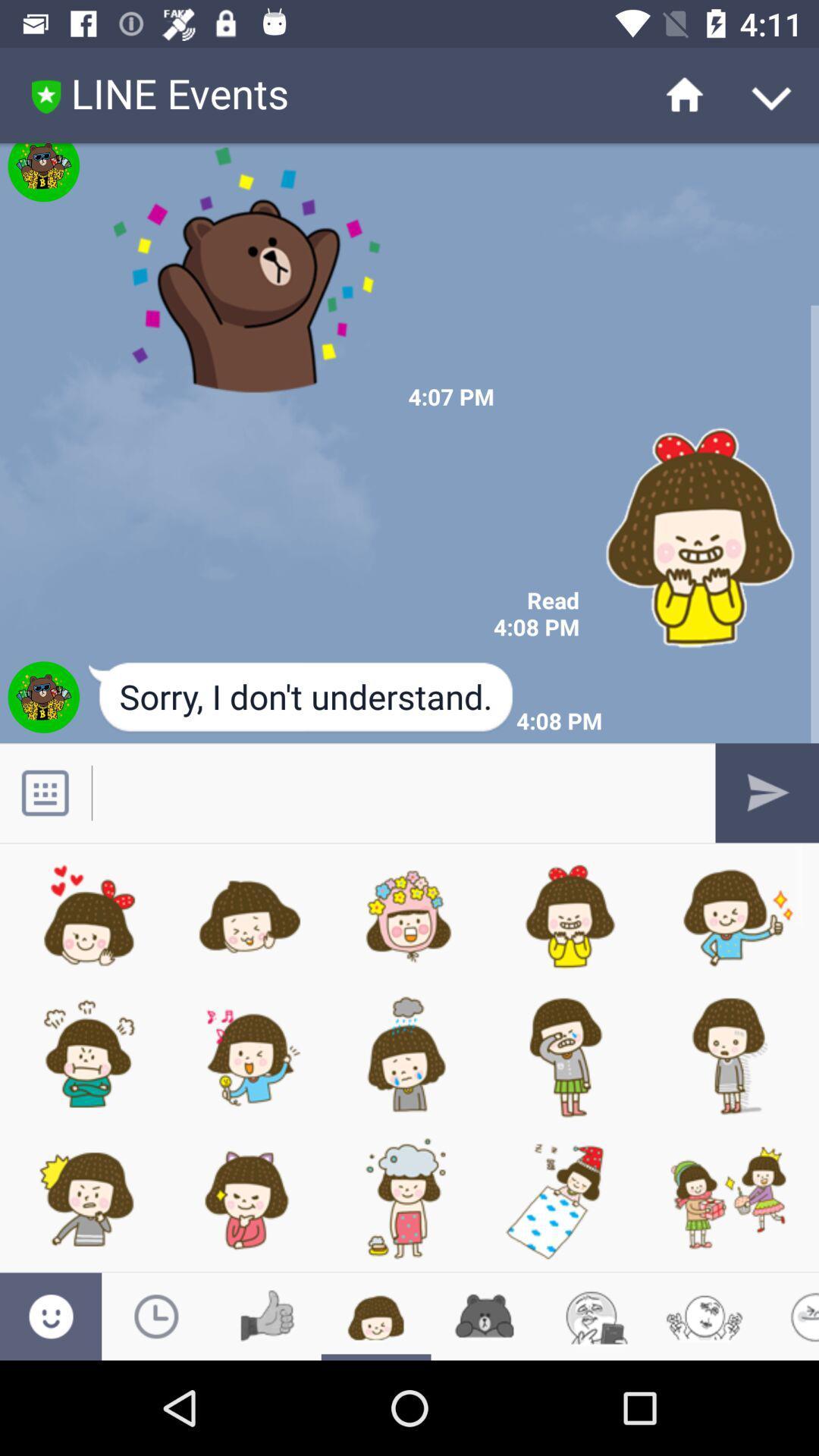  What do you see at coordinates (50, 1316) in the screenshot?
I see `the emoji icon` at bounding box center [50, 1316].